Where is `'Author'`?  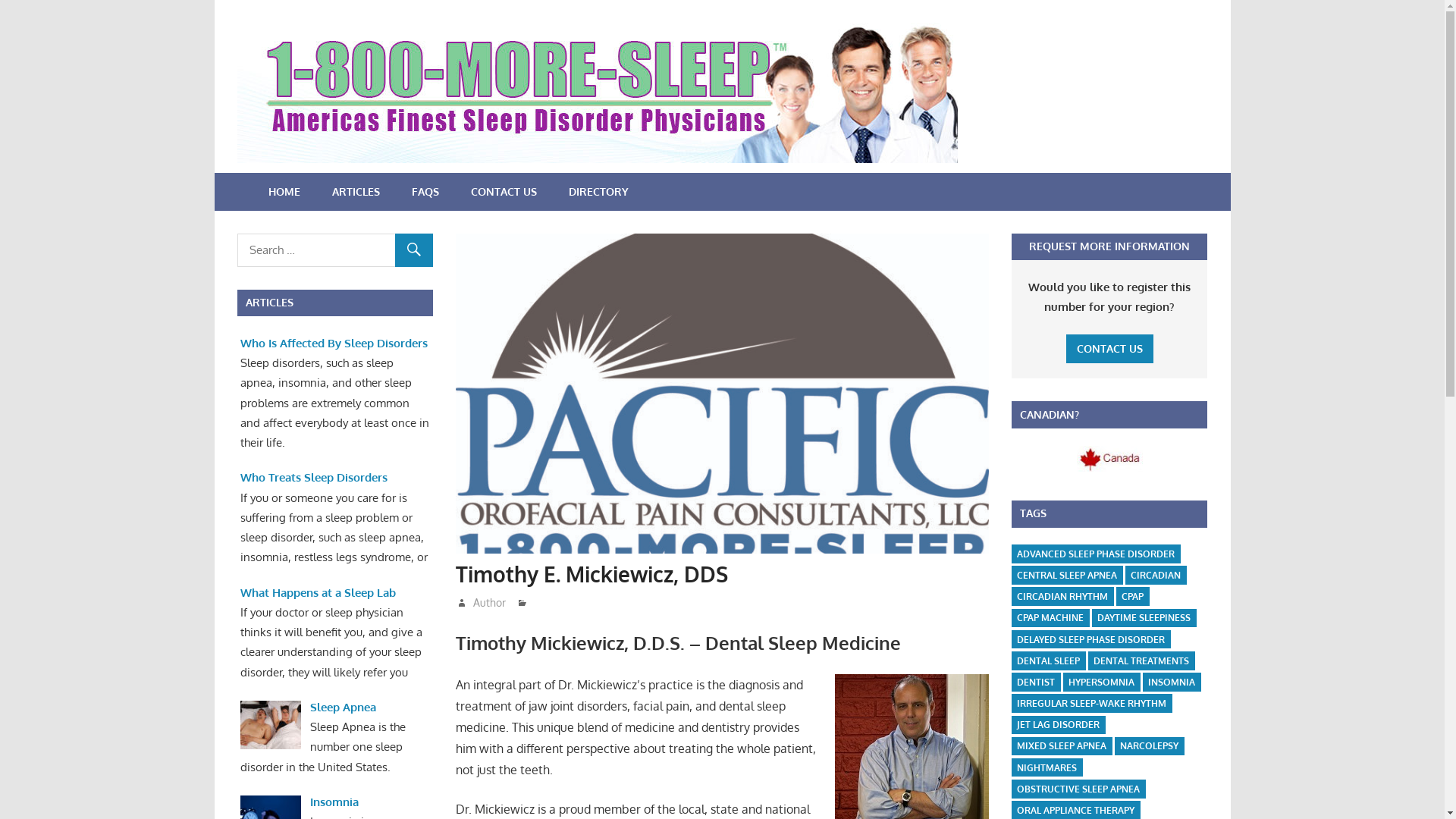
'Author' is located at coordinates (472, 601).